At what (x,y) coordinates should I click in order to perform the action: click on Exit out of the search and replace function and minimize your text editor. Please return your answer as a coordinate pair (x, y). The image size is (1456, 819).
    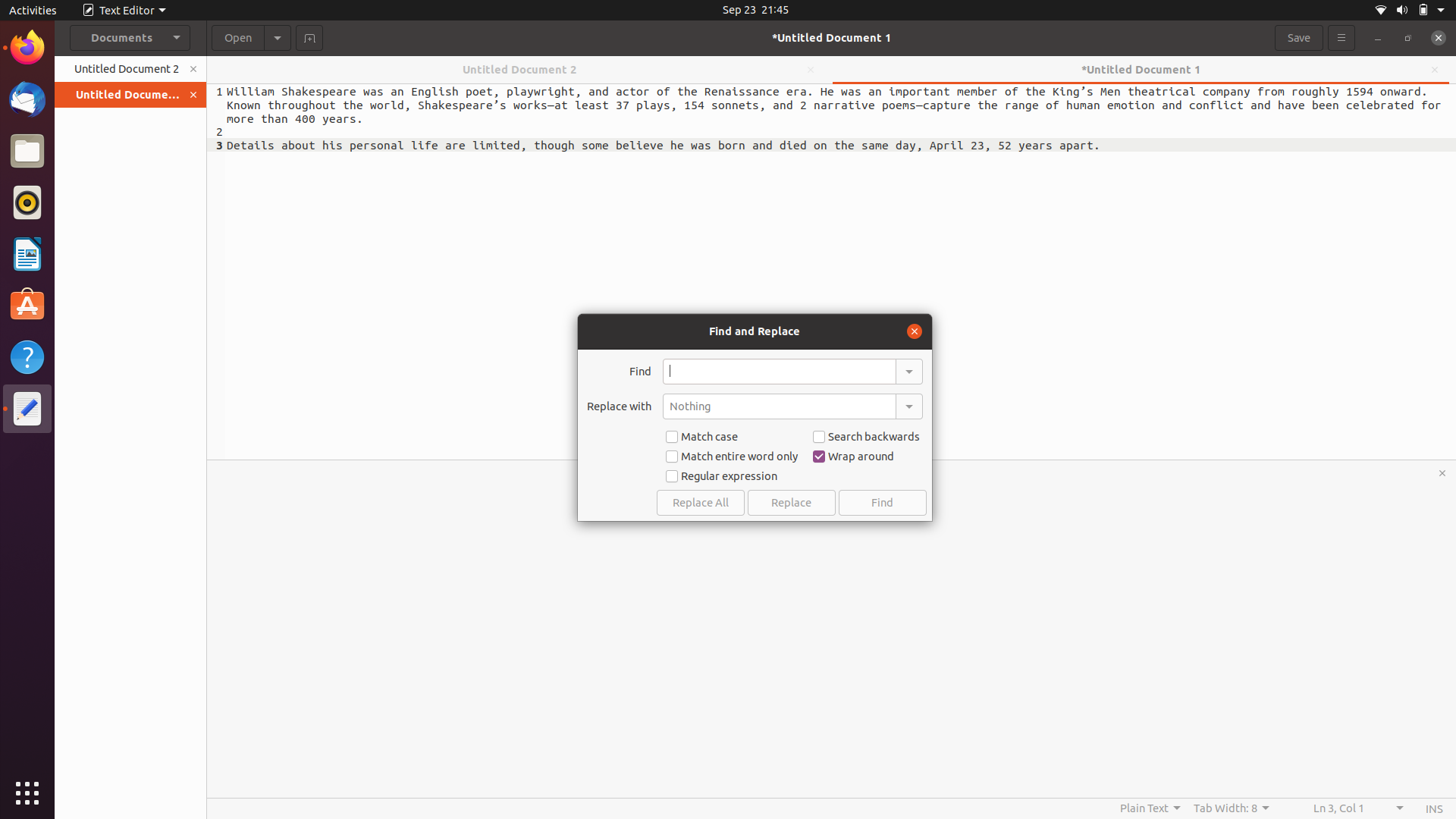
    Looking at the image, I should click on (912, 329).